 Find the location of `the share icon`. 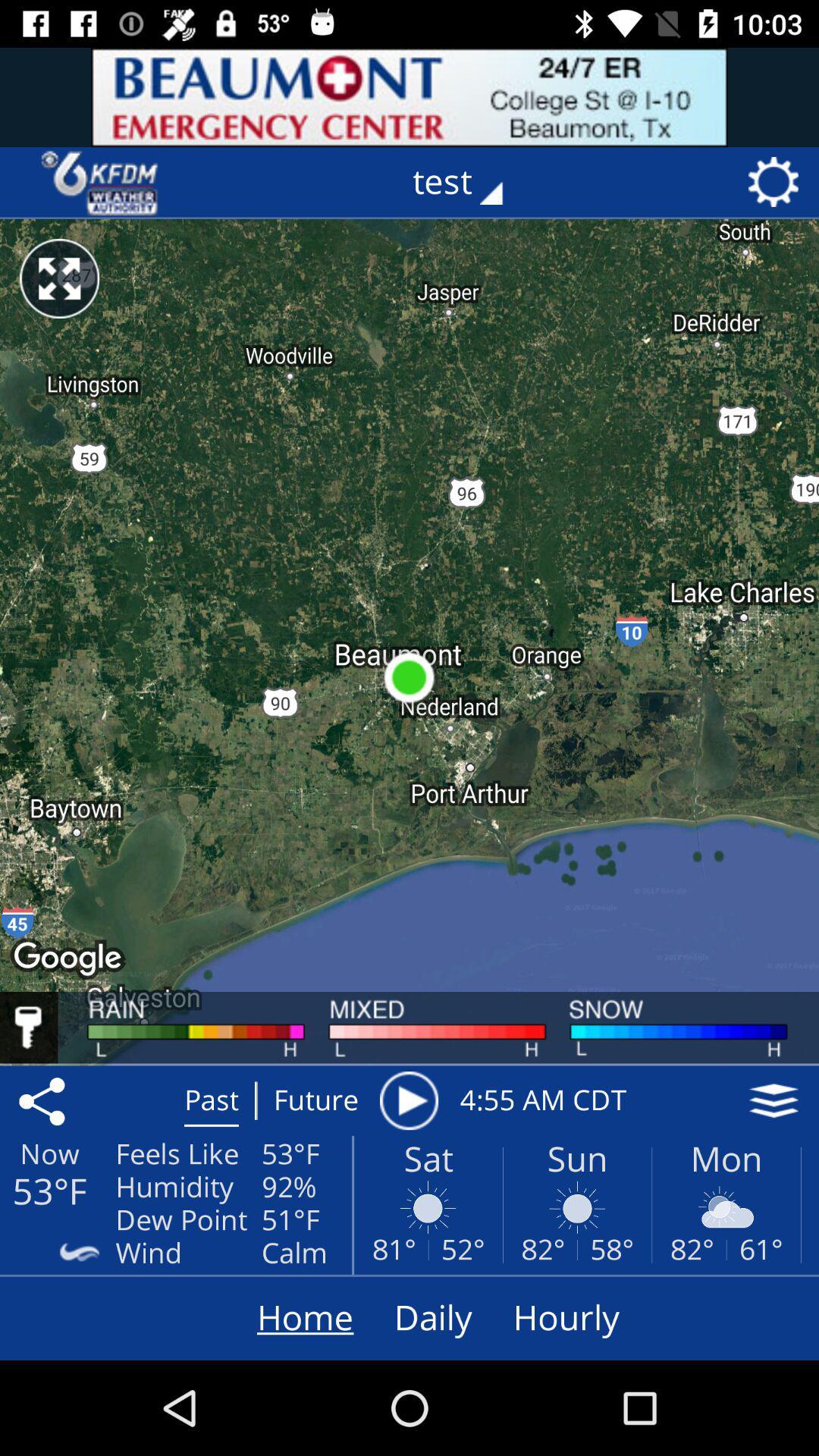

the share icon is located at coordinates (44, 1100).